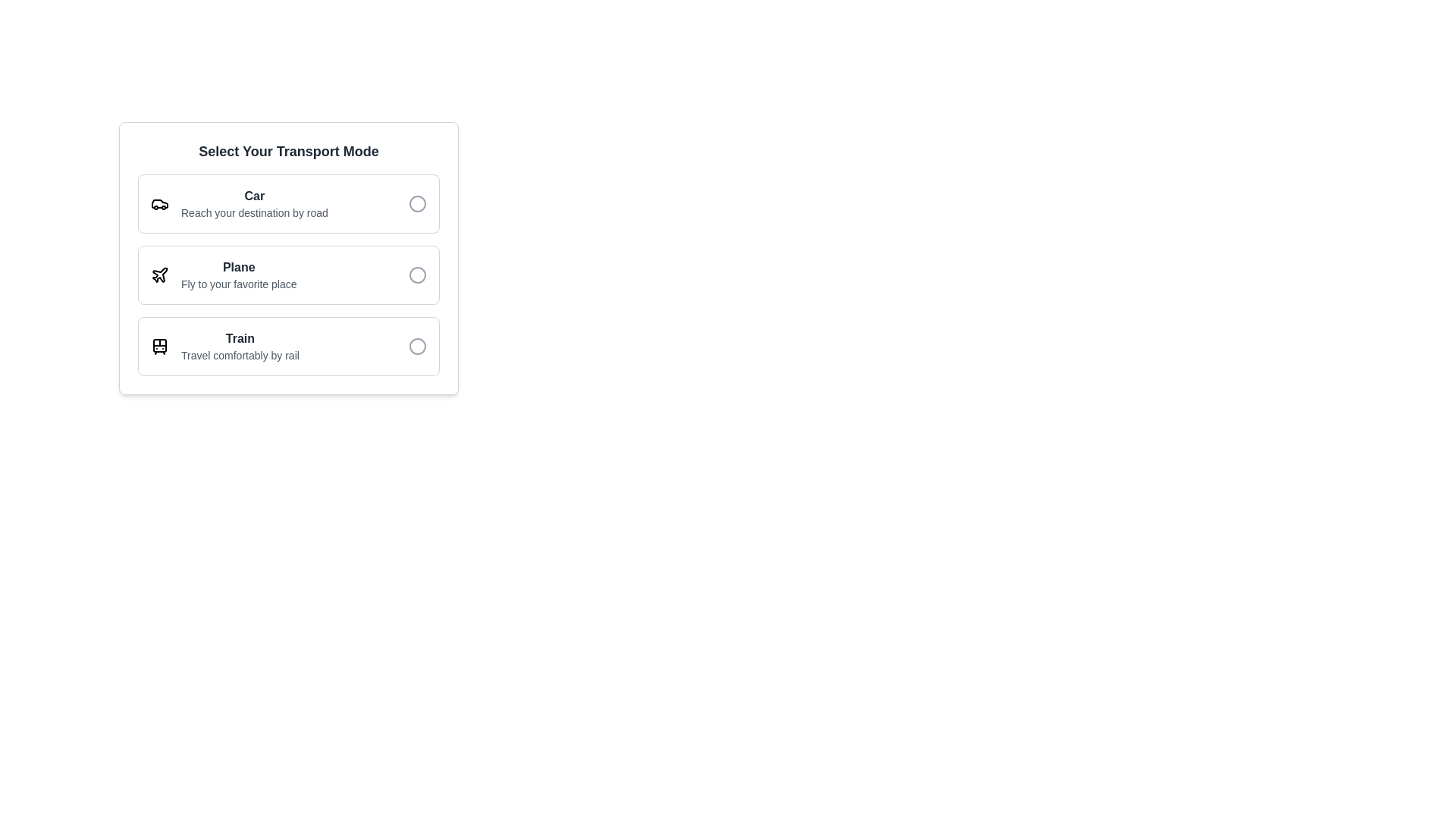 The height and width of the screenshot is (819, 1456). Describe the element at coordinates (239, 356) in the screenshot. I see `the descriptive text label for the transport mode 'Train', located directly under the 'Train' label and to the right of the train icon in the 'Select Your Transport Mode' options card` at that location.